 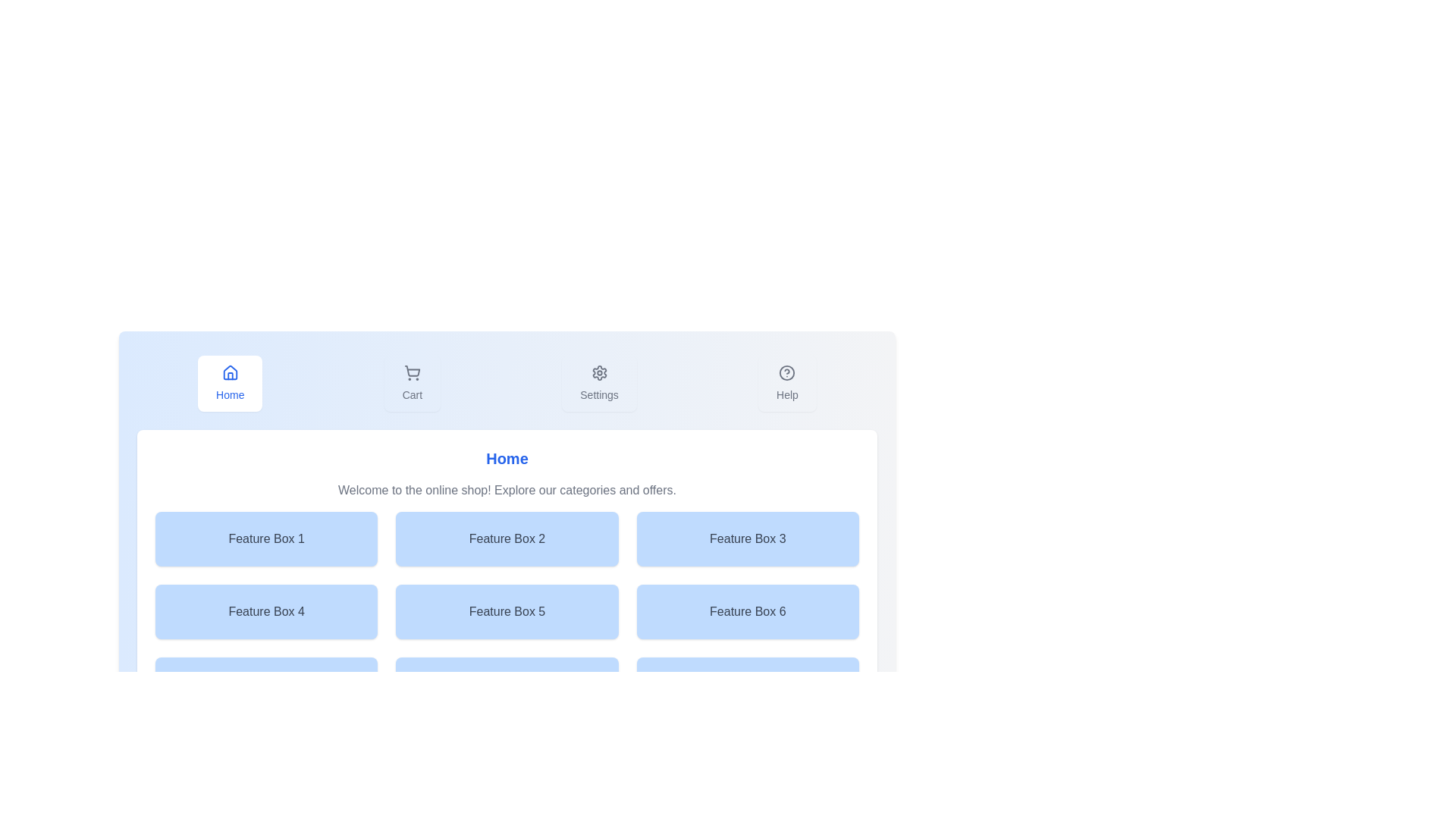 I want to click on the Help tab button to observe the hover effect, so click(x=787, y=382).